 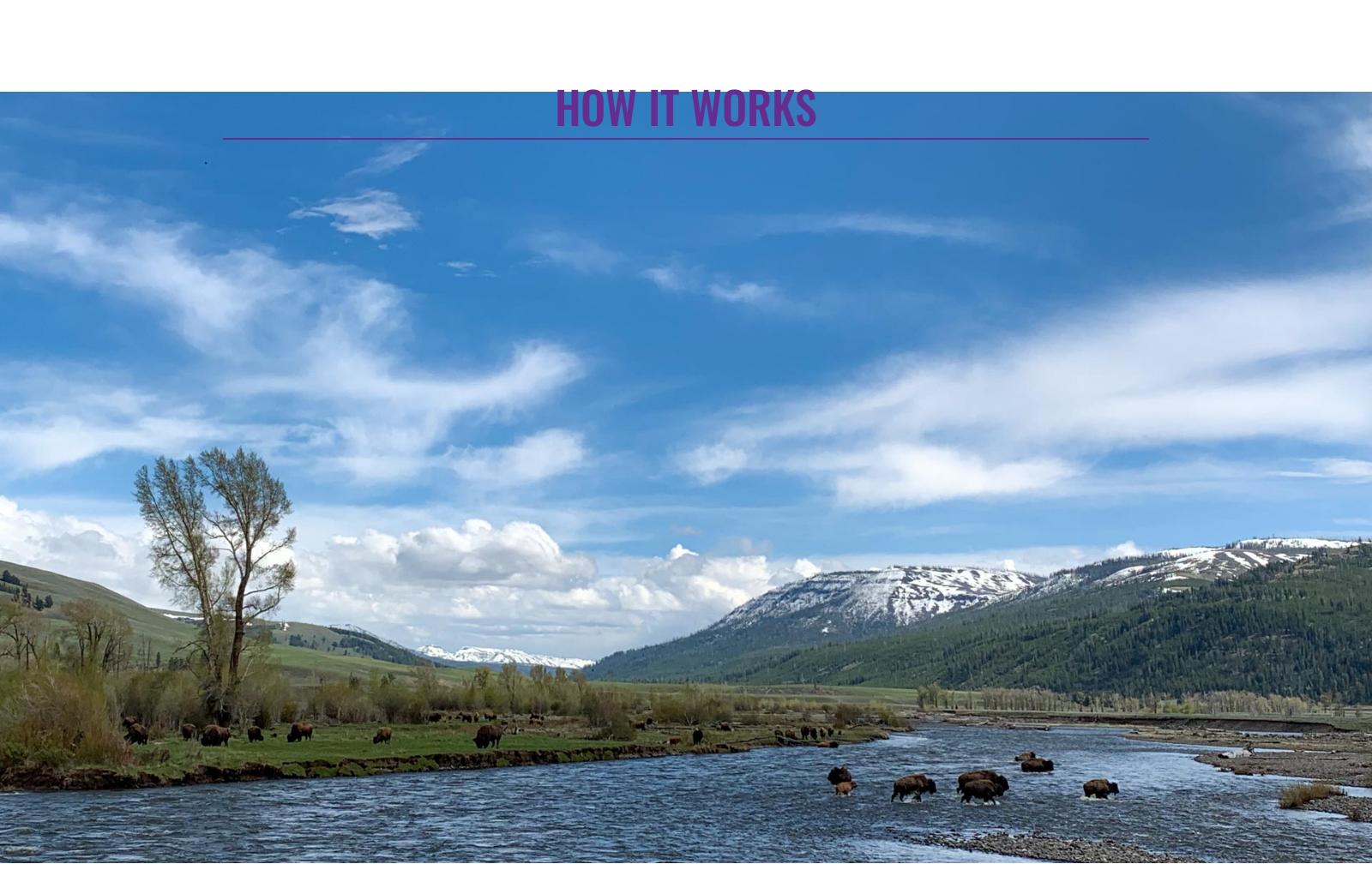 I want to click on 'If you have paid the BZN Concession fee, you may return the vehicle  to Explore Rental’s designated parking spots #46-49, in the outdoor rental car return lot. If you did not pay the BZN Concession Fee, you need to return the vehicle to our office in order to avoid additional charges. Your CC on file will be billed the balance due. All rental gear items need to be returned to the office.', so click(x=1056, y=425).